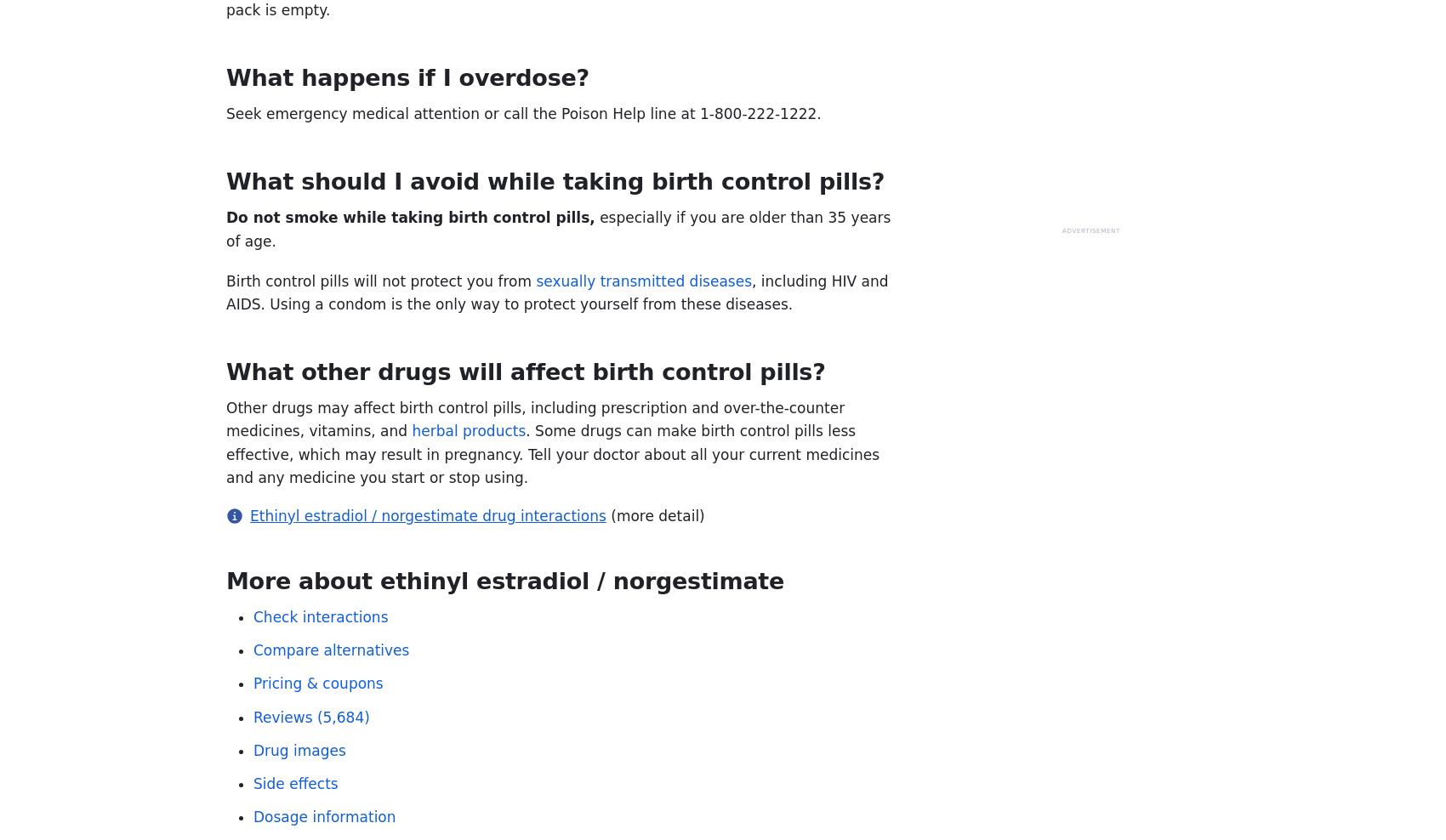 Image resolution: width=1446 pixels, height=840 pixels. What do you see at coordinates (253, 616) in the screenshot?
I see `'Check interactions'` at bounding box center [253, 616].